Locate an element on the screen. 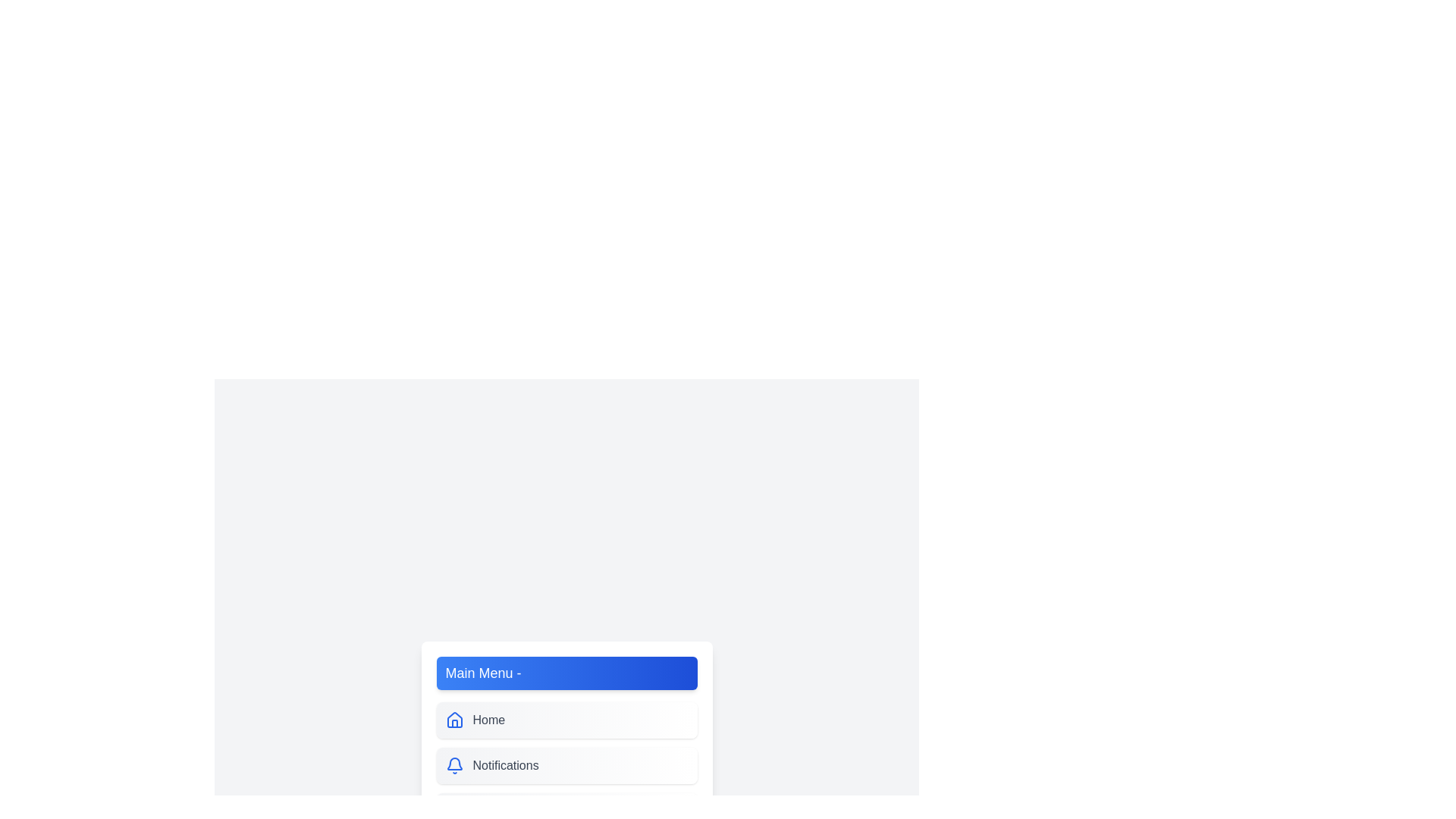 The image size is (1456, 819). the menu item labeled Notifications is located at coordinates (566, 766).